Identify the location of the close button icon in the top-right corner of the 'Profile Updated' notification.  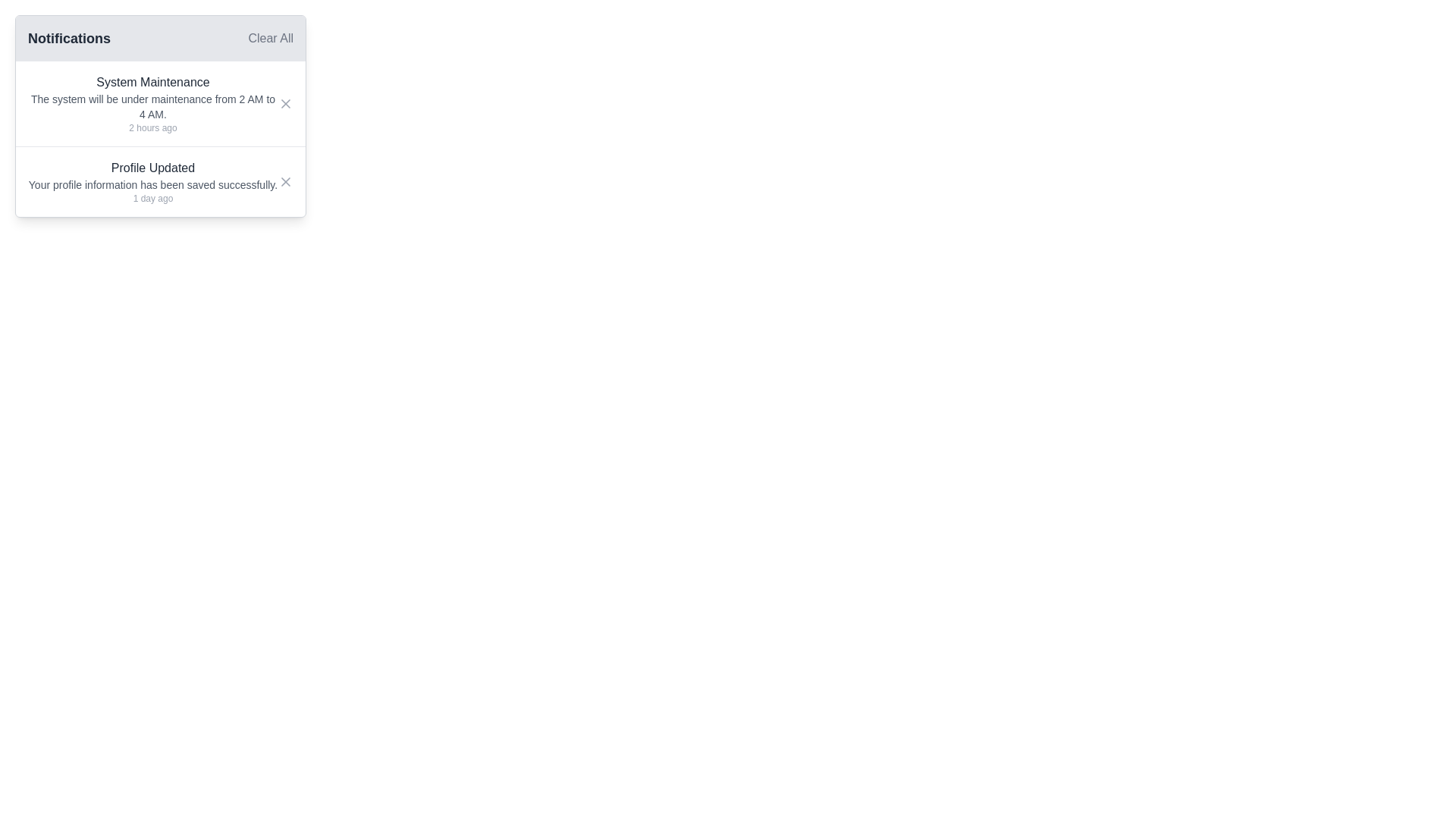
(286, 180).